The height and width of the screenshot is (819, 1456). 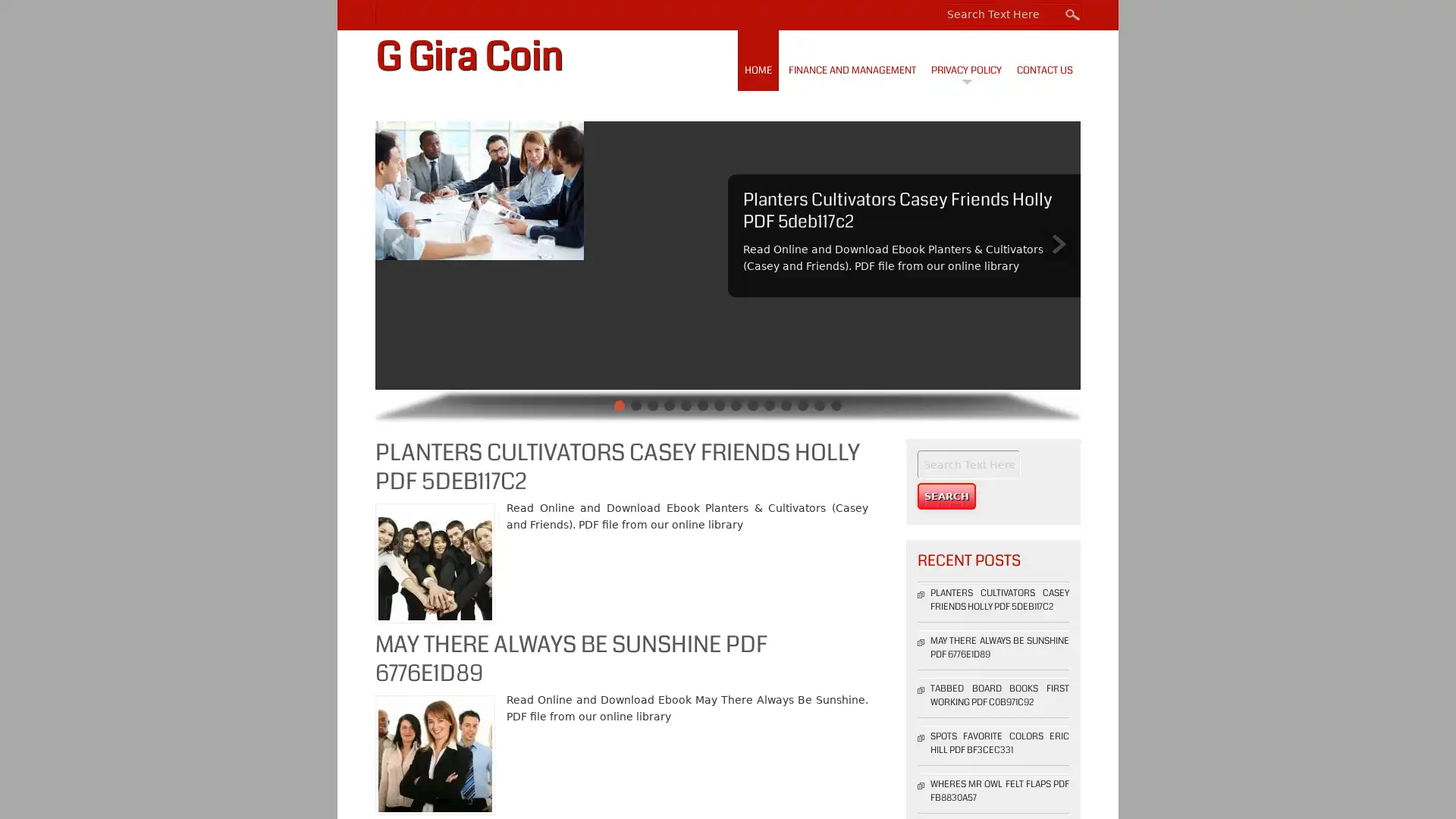 What do you see at coordinates (946, 496) in the screenshot?
I see `Search` at bounding box center [946, 496].